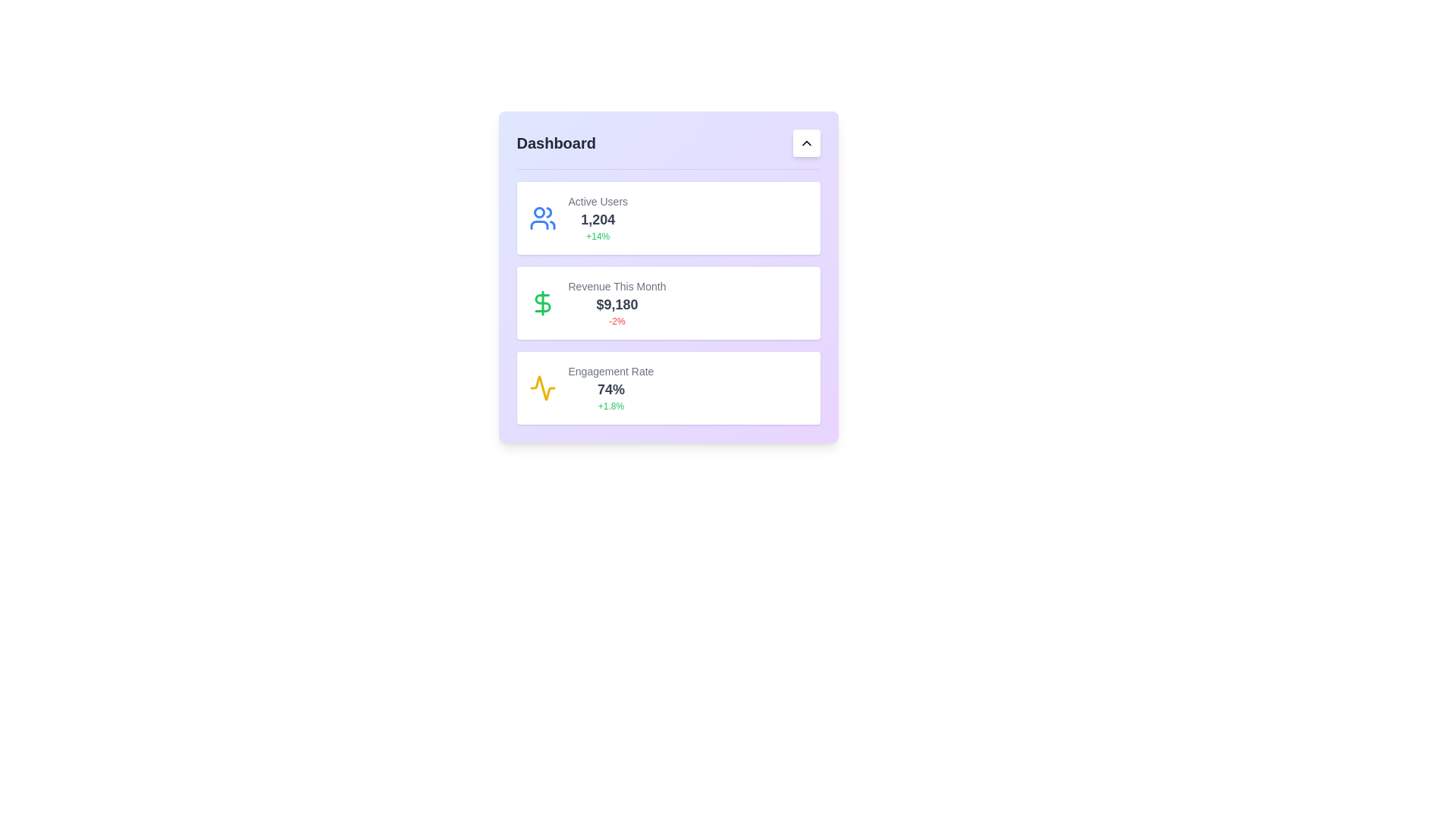 This screenshot has width=1456, height=819. Describe the element at coordinates (611, 388) in the screenshot. I see `displayed engagement rate value from the text display located centrally in the lower card of the vertical stack, positioned below 'Engagement Rate' and above the '+1.8%' text` at that location.